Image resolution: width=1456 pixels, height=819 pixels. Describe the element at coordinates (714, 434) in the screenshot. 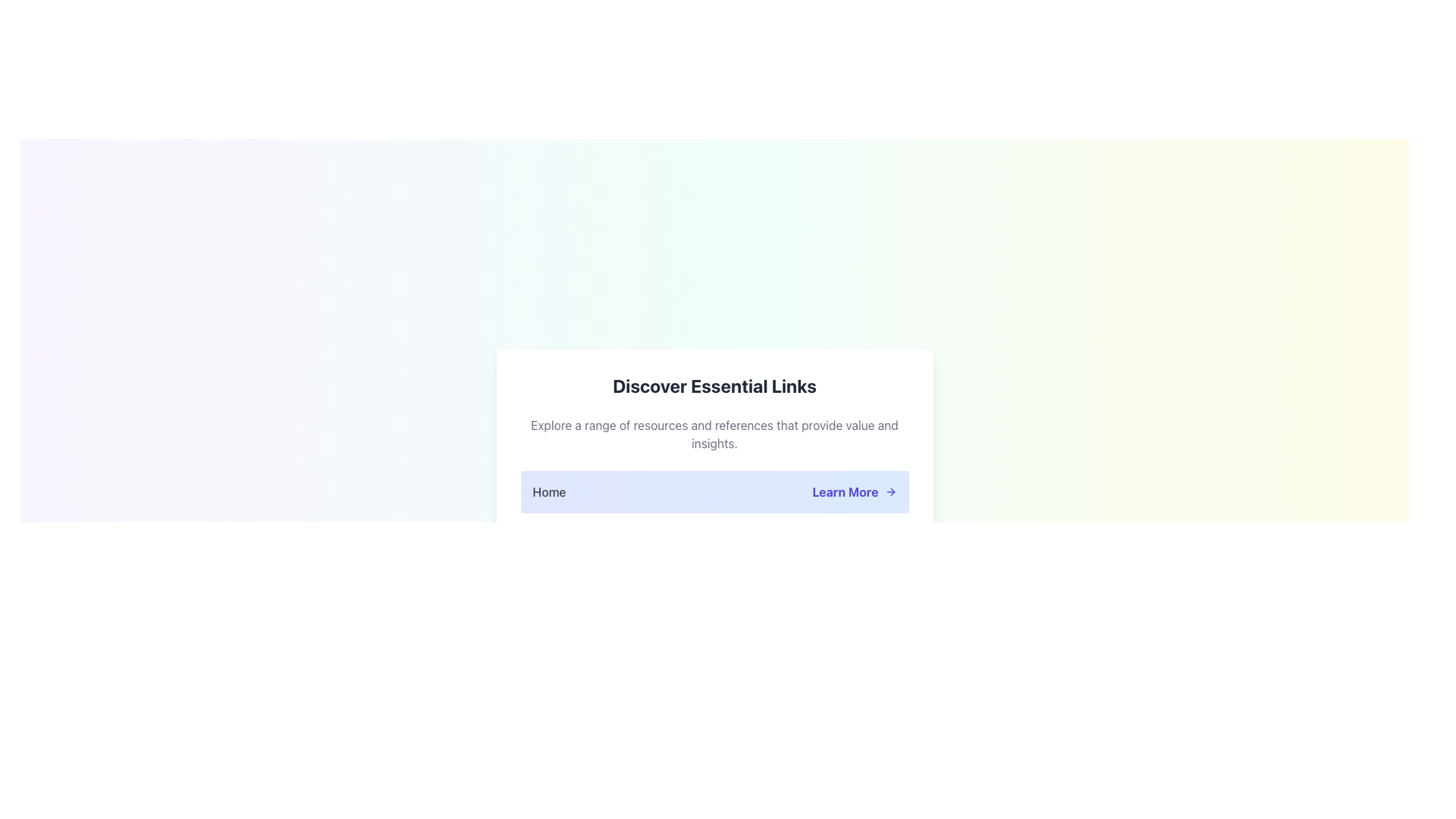

I see `the static text element located below the heading 'Discover Essential Links' and above the first link in a list of navigation options` at that location.